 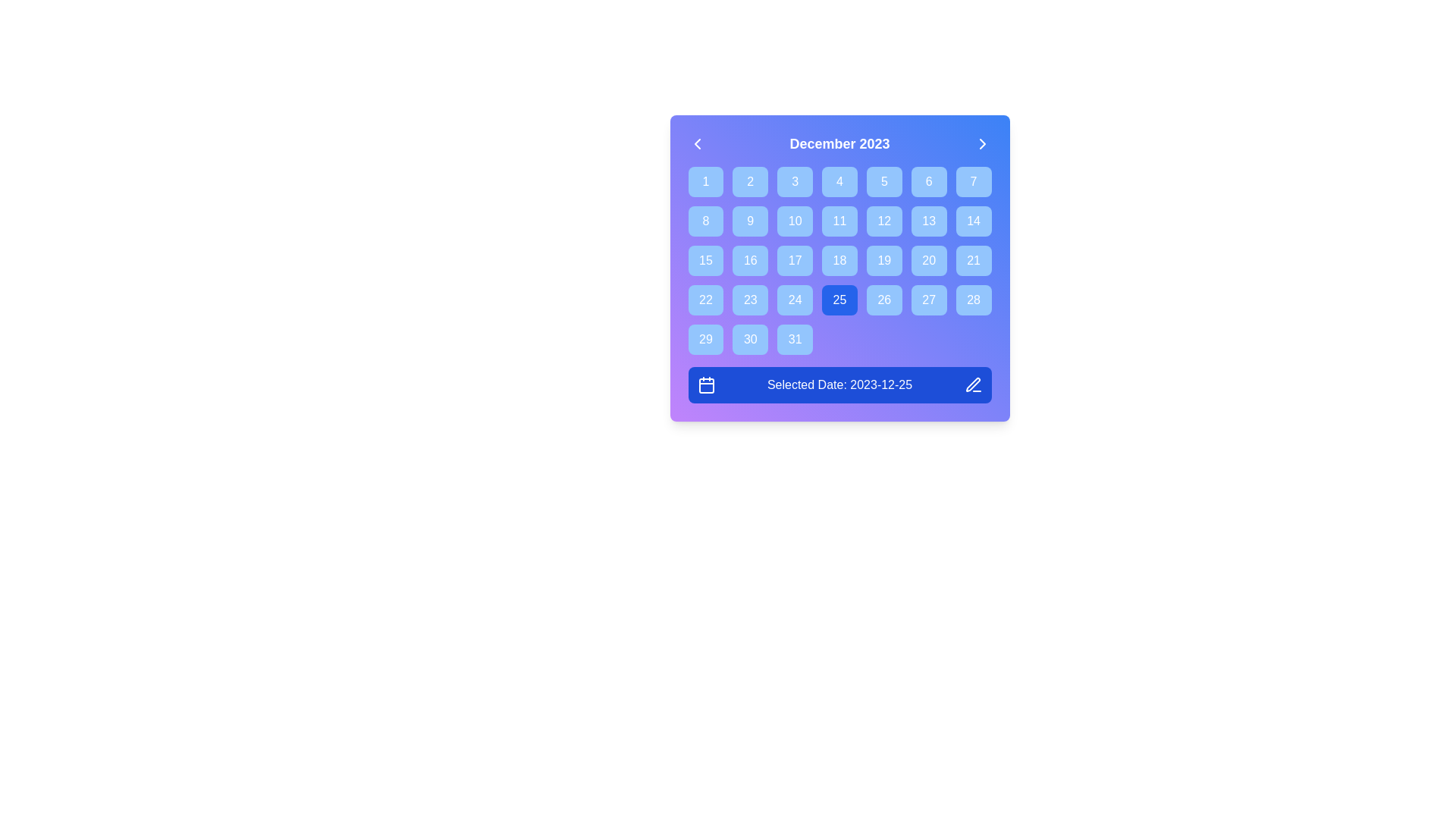 I want to click on the grid cell representing the 10th day of December 2023 in the calendar view, located in the second row and third column, so click(x=794, y=221).